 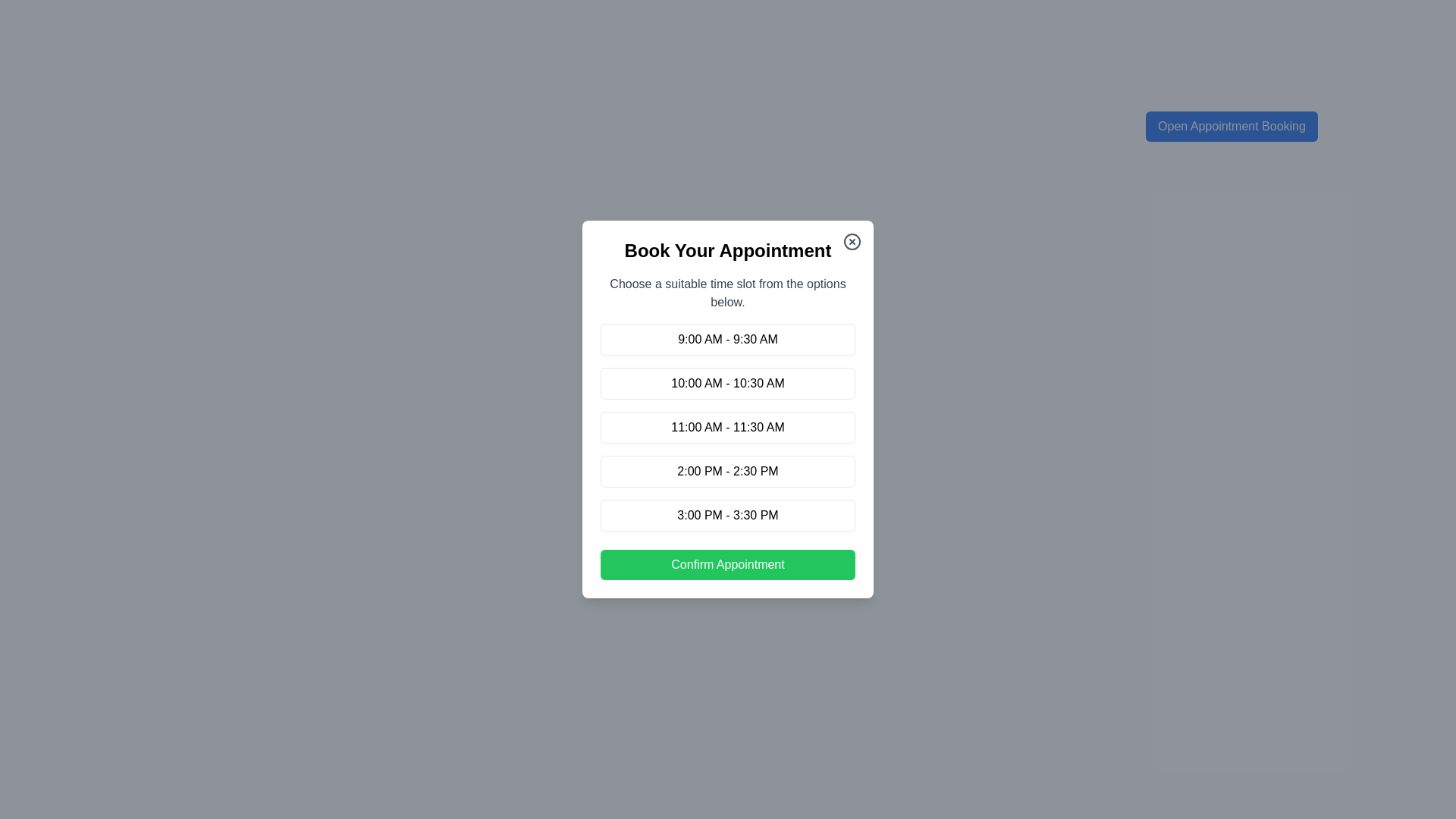 I want to click on the button-like selectable option displaying '11:00 AM - 11:30 AM', which is the third element in a vertical list of time slots, so click(x=728, y=427).